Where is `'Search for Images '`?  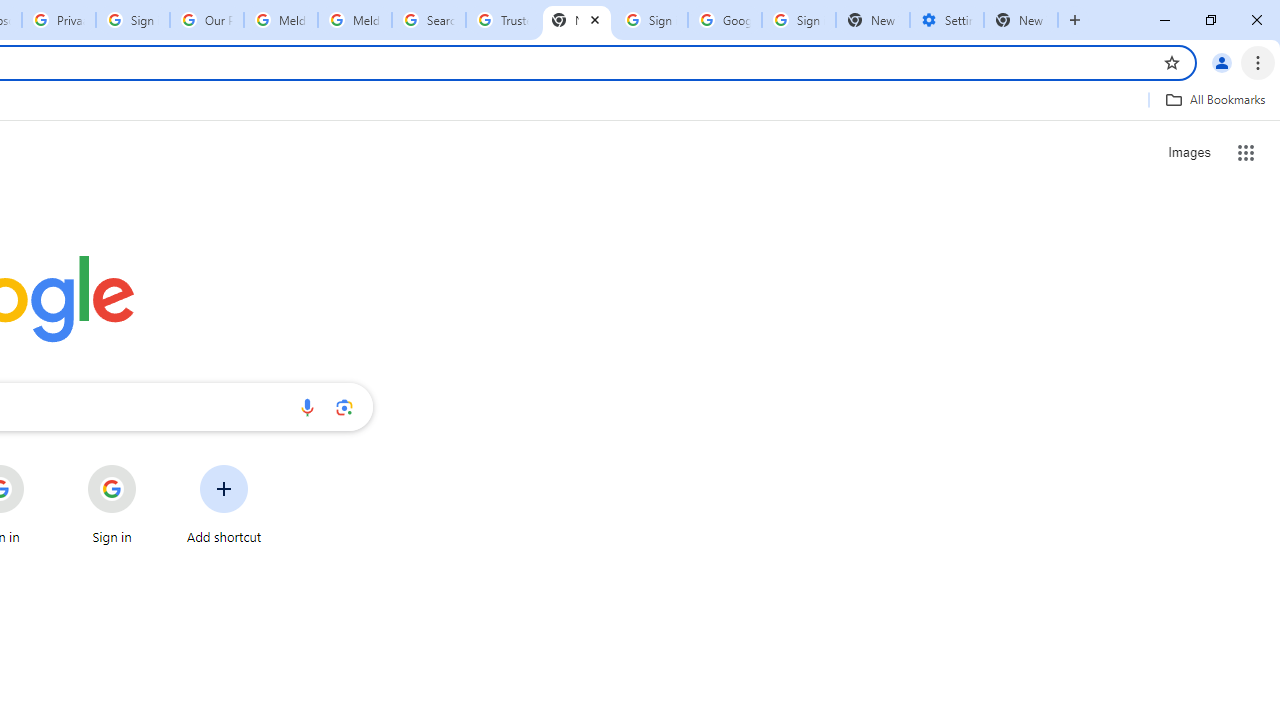 'Search for Images ' is located at coordinates (1189, 152).